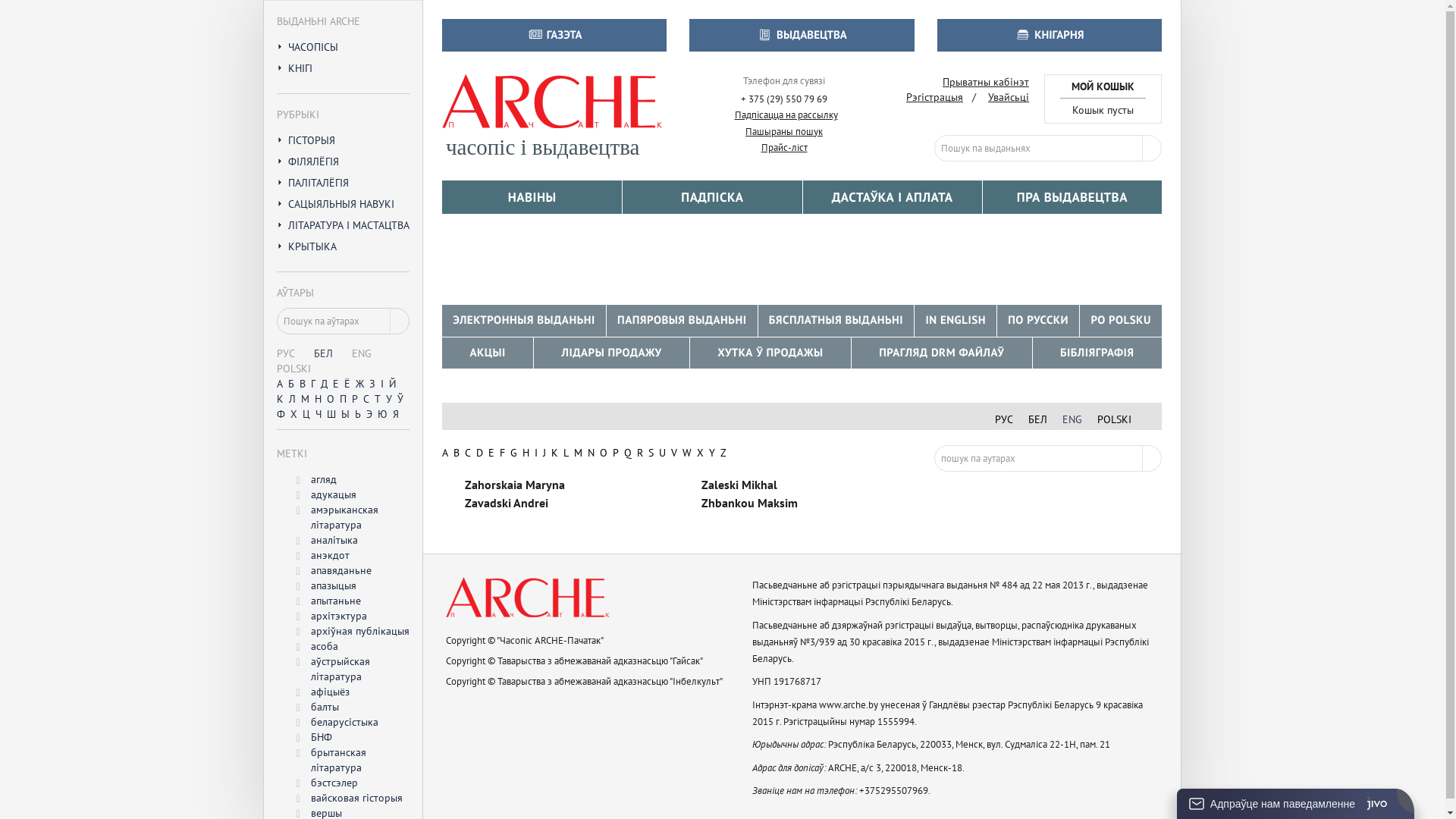  What do you see at coordinates (603, 452) in the screenshot?
I see `'O'` at bounding box center [603, 452].